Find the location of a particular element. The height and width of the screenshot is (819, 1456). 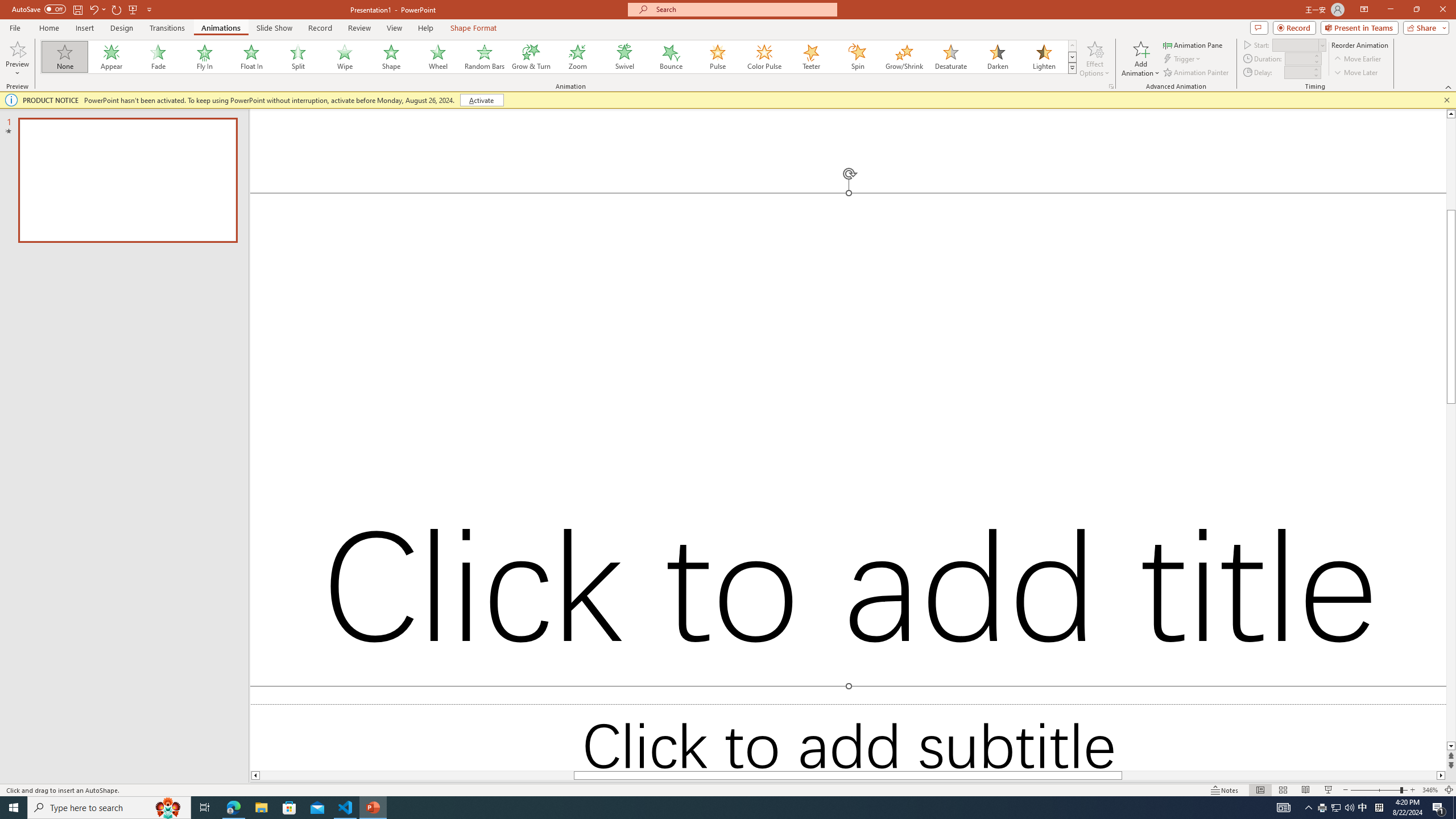

'Animation Delay' is located at coordinates (1296, 72).